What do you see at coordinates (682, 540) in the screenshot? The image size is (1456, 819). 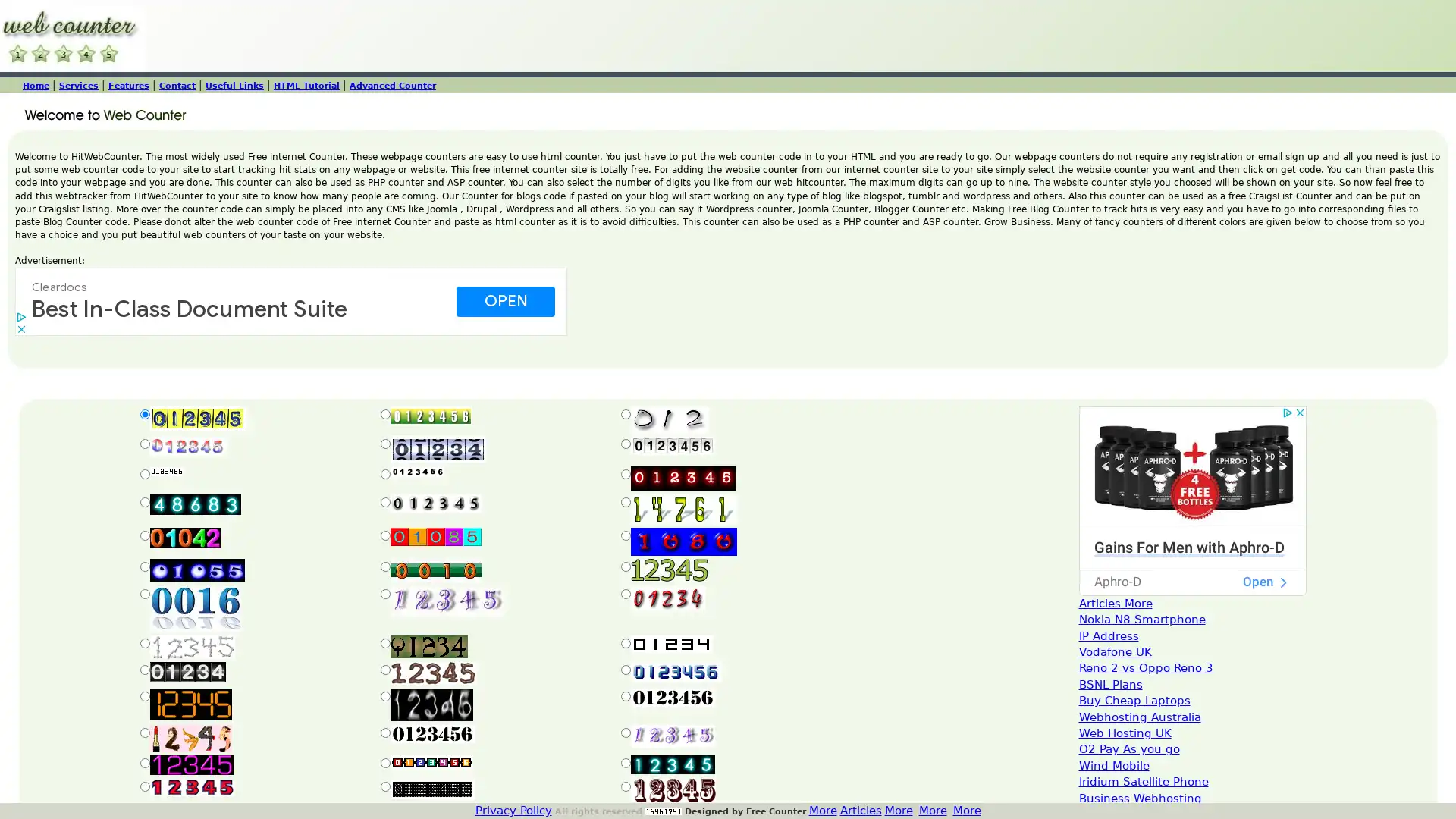 I see `Submit` at bounding box center [682, 540].